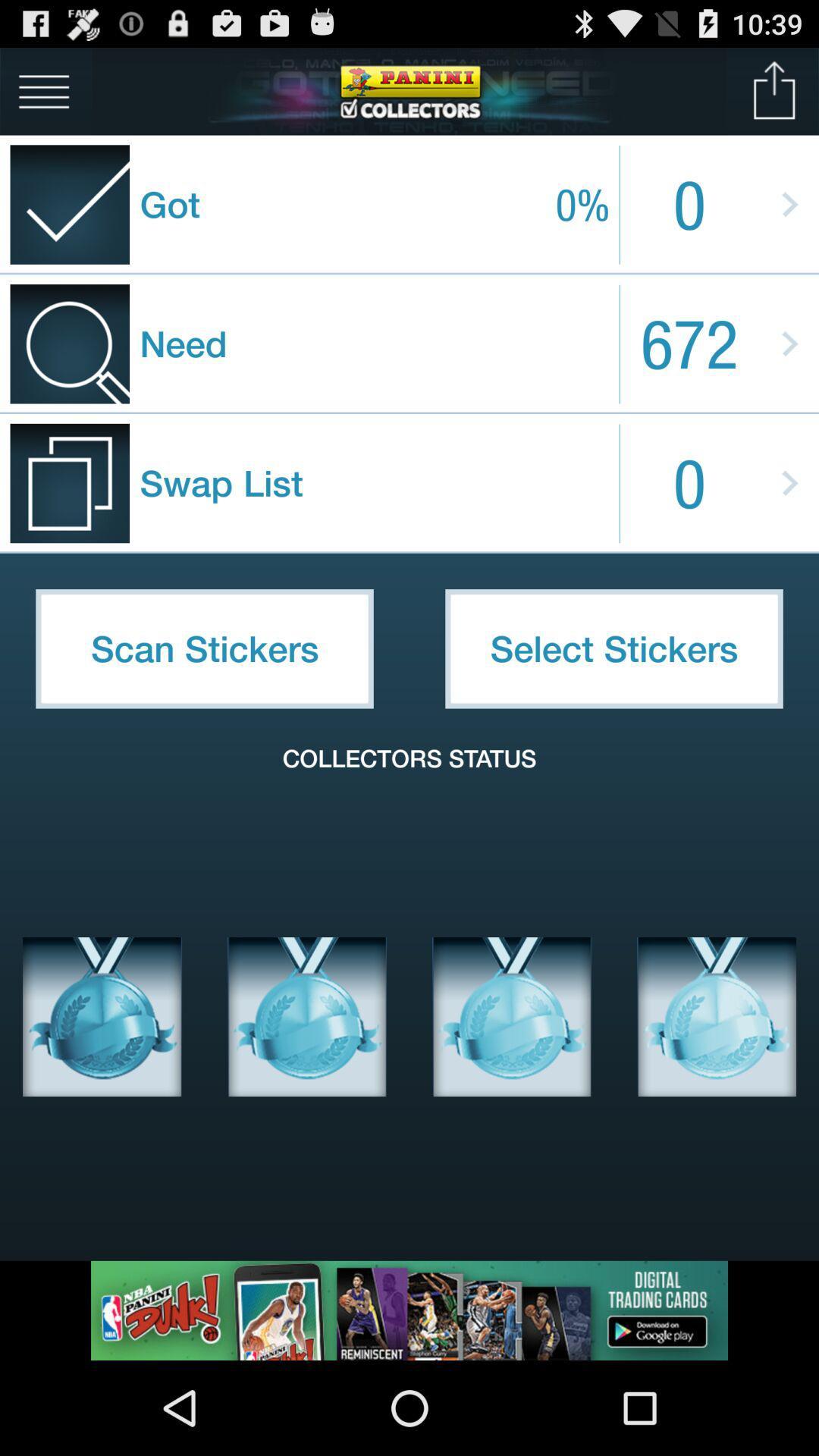  Describe the element at coordinates (307, 1016) in the screenshot. I see `medal` at that location.